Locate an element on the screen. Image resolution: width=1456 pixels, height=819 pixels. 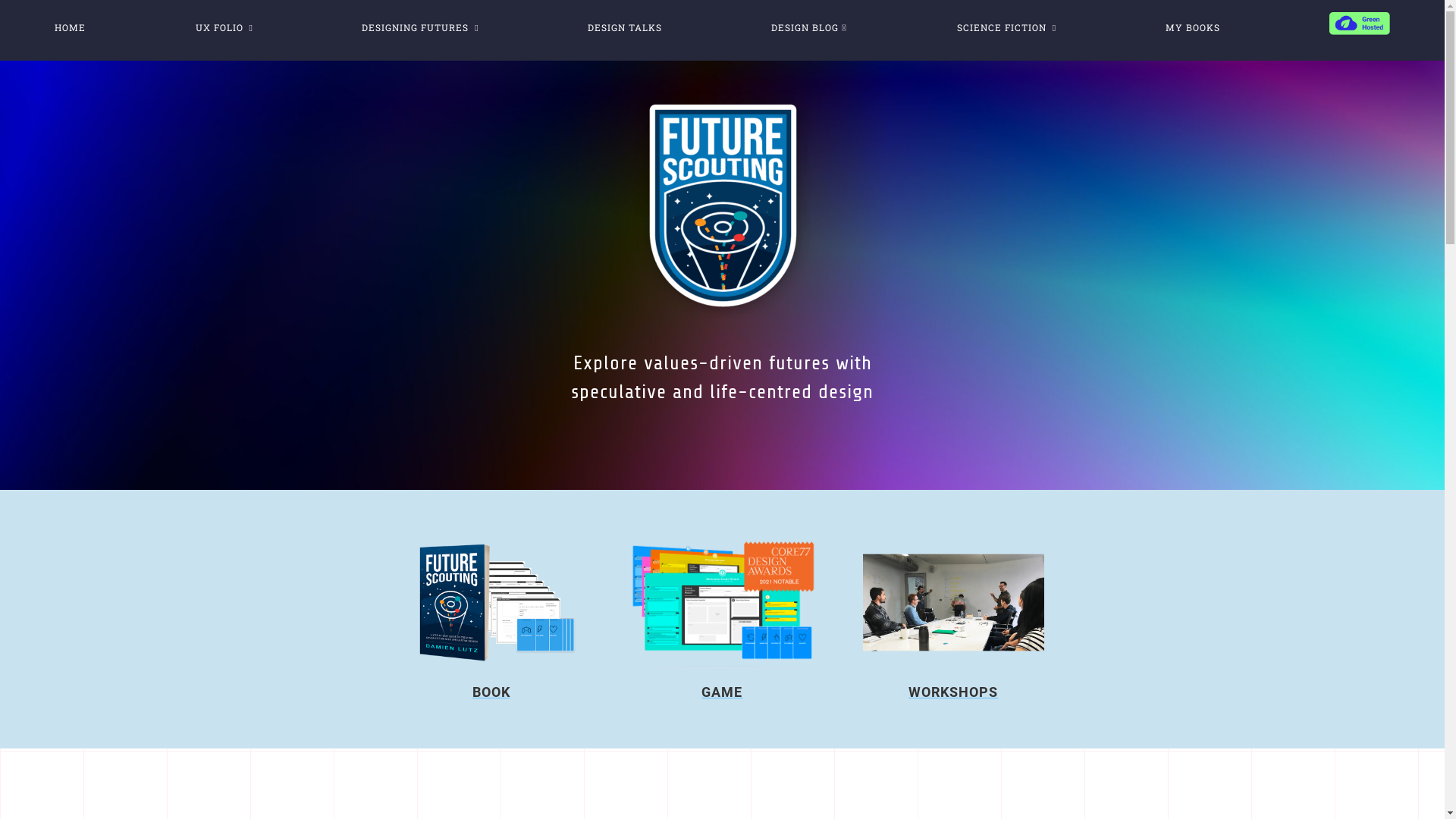
'WORKSHOPS' is located at coordinates (952, 692).